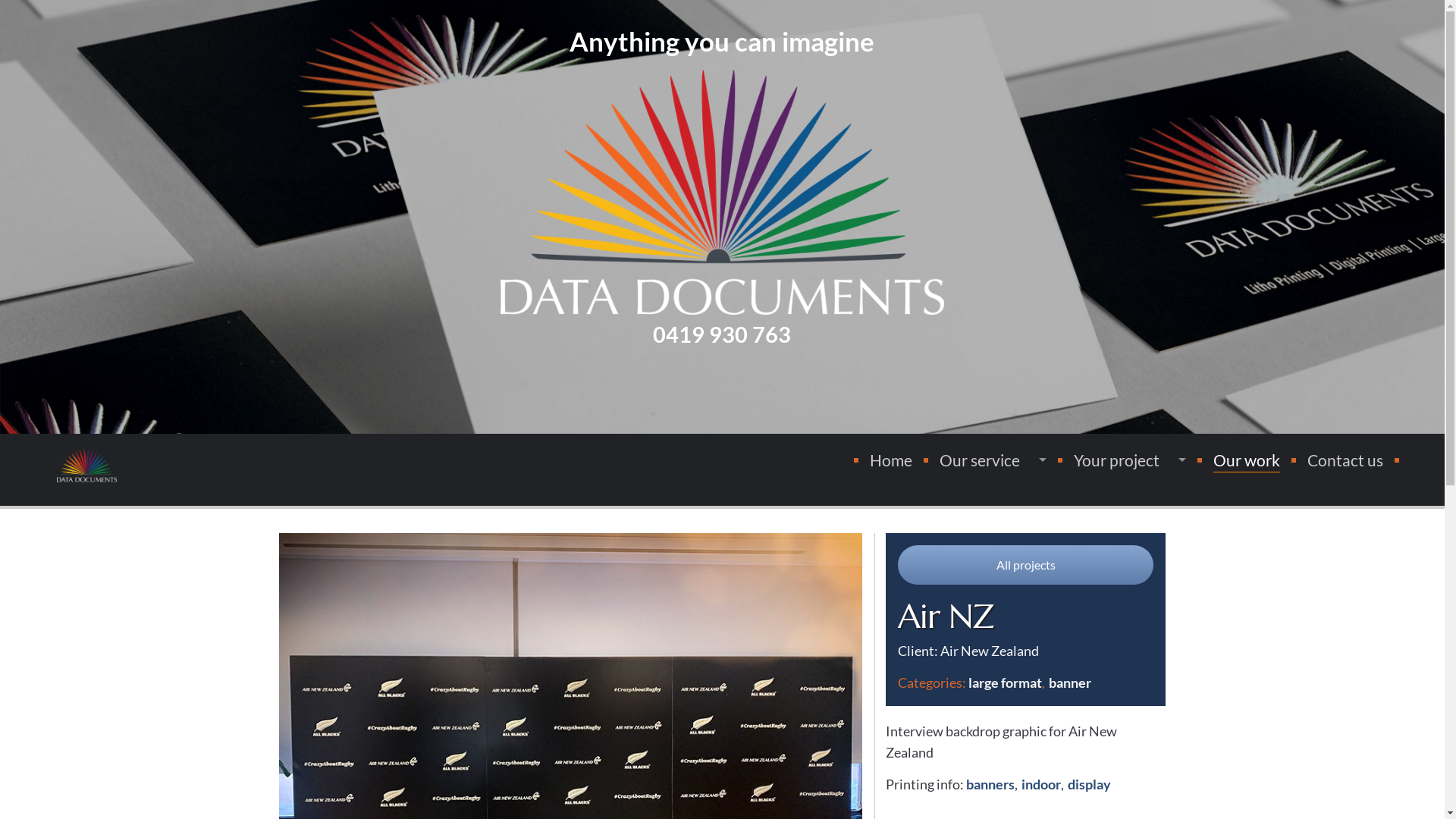 This screenshot has height=819, width=1456. I want to click on 'large format', so click(1005, 682).